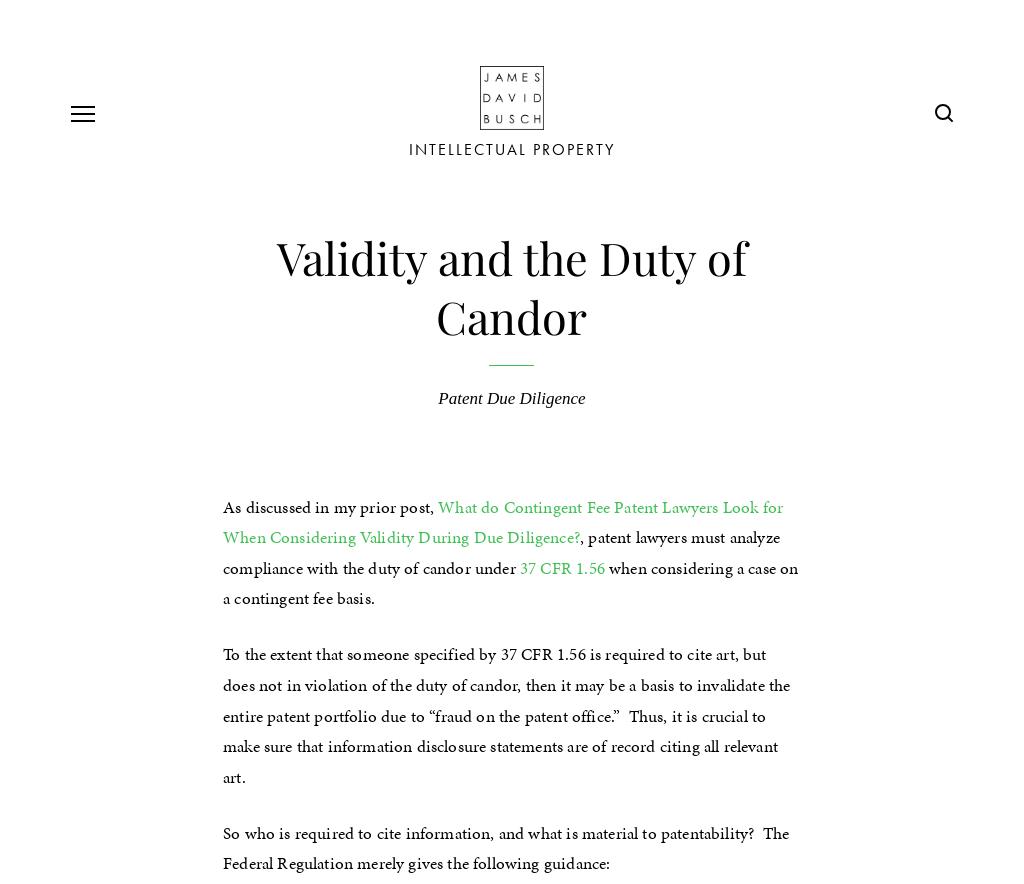 The image size is (1024, 884). What do you see at coordinates (512, 149) in the screenshot?
I see `'Intellectual Property'` at bounding box center [512, 149].